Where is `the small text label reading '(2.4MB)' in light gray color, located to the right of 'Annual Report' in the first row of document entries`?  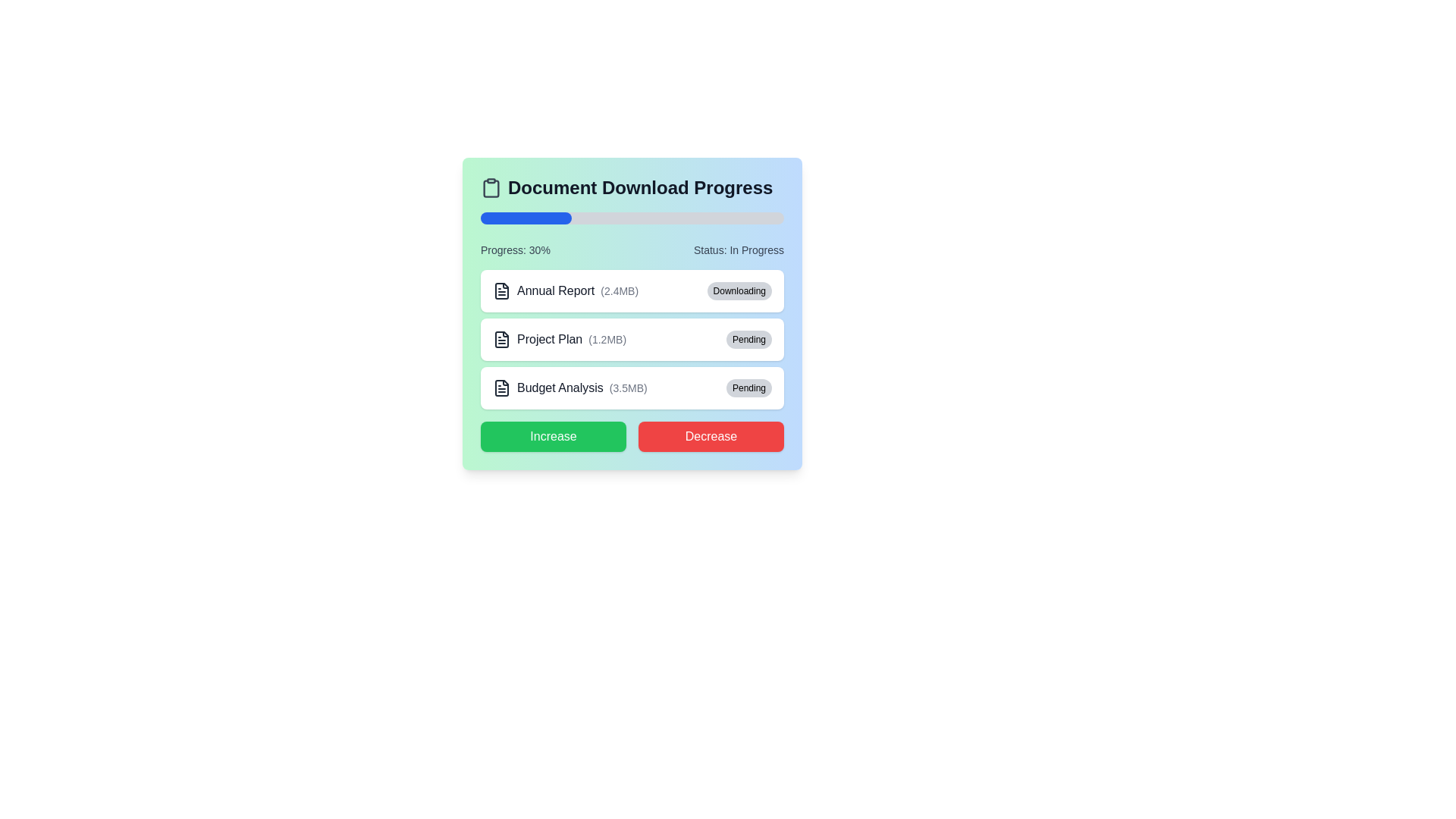 the small text label reading '(2.4MB)' in light gray color, located to the right of 'Annual Report' in the first row of document entries is located at coordinates (620, 291).